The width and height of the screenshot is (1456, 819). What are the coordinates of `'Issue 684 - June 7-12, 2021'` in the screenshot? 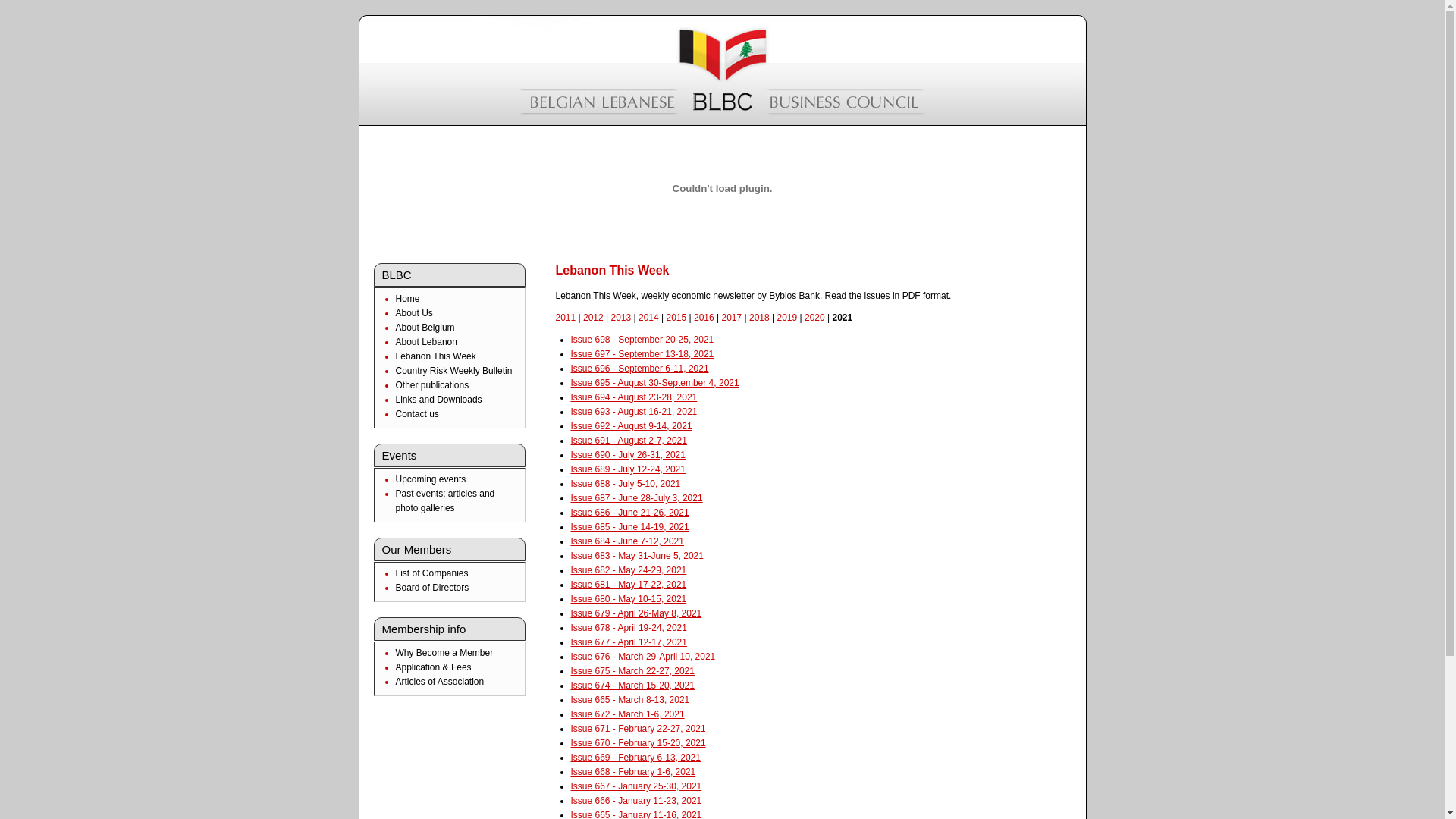 It's located at (626, 540).